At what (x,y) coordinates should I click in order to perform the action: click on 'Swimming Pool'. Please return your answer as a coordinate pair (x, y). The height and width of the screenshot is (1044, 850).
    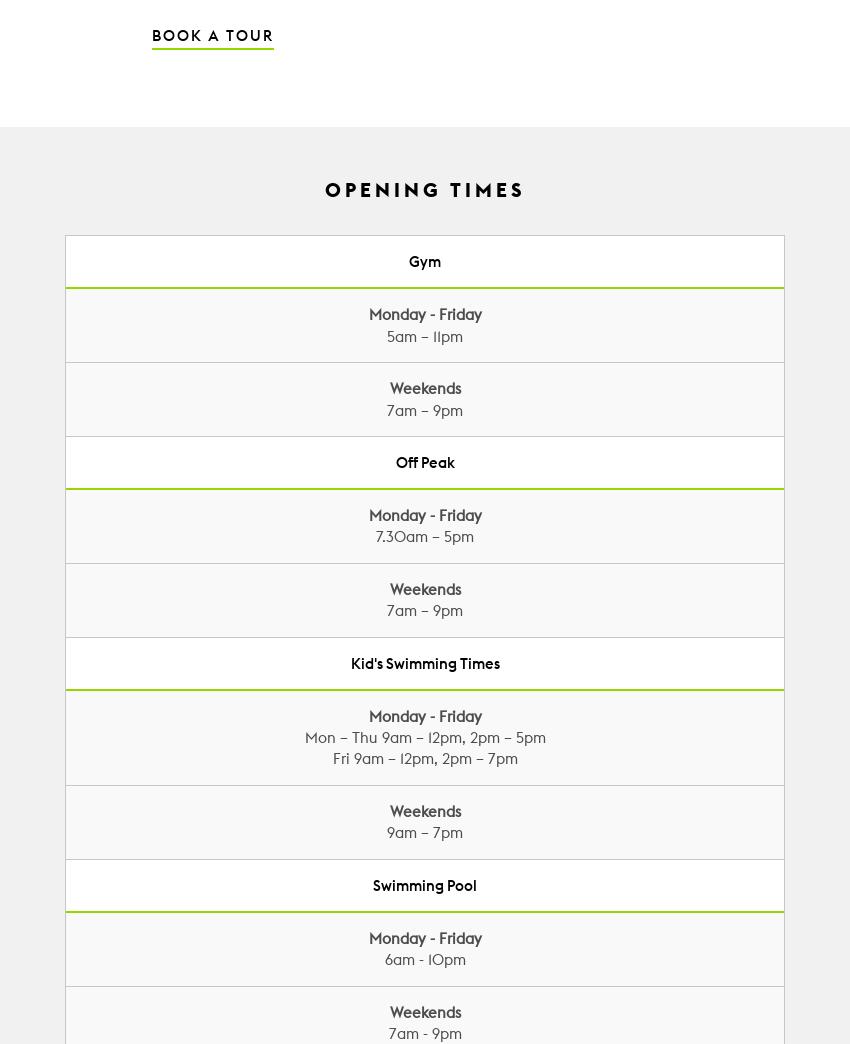
    Looking at the image, I should click on (425, 884).